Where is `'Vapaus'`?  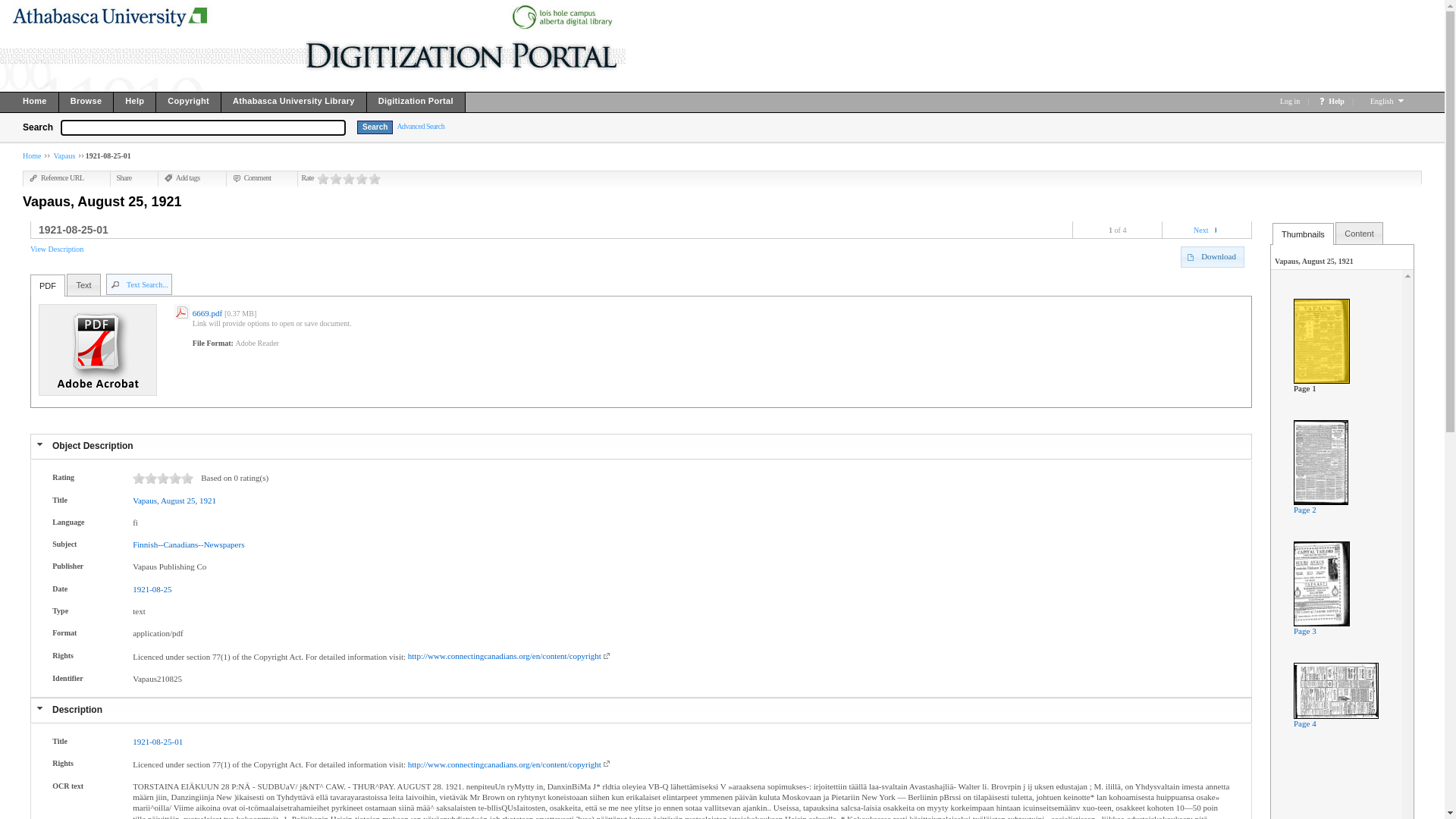 'Vapaus' is located at coordinates (63, 155).